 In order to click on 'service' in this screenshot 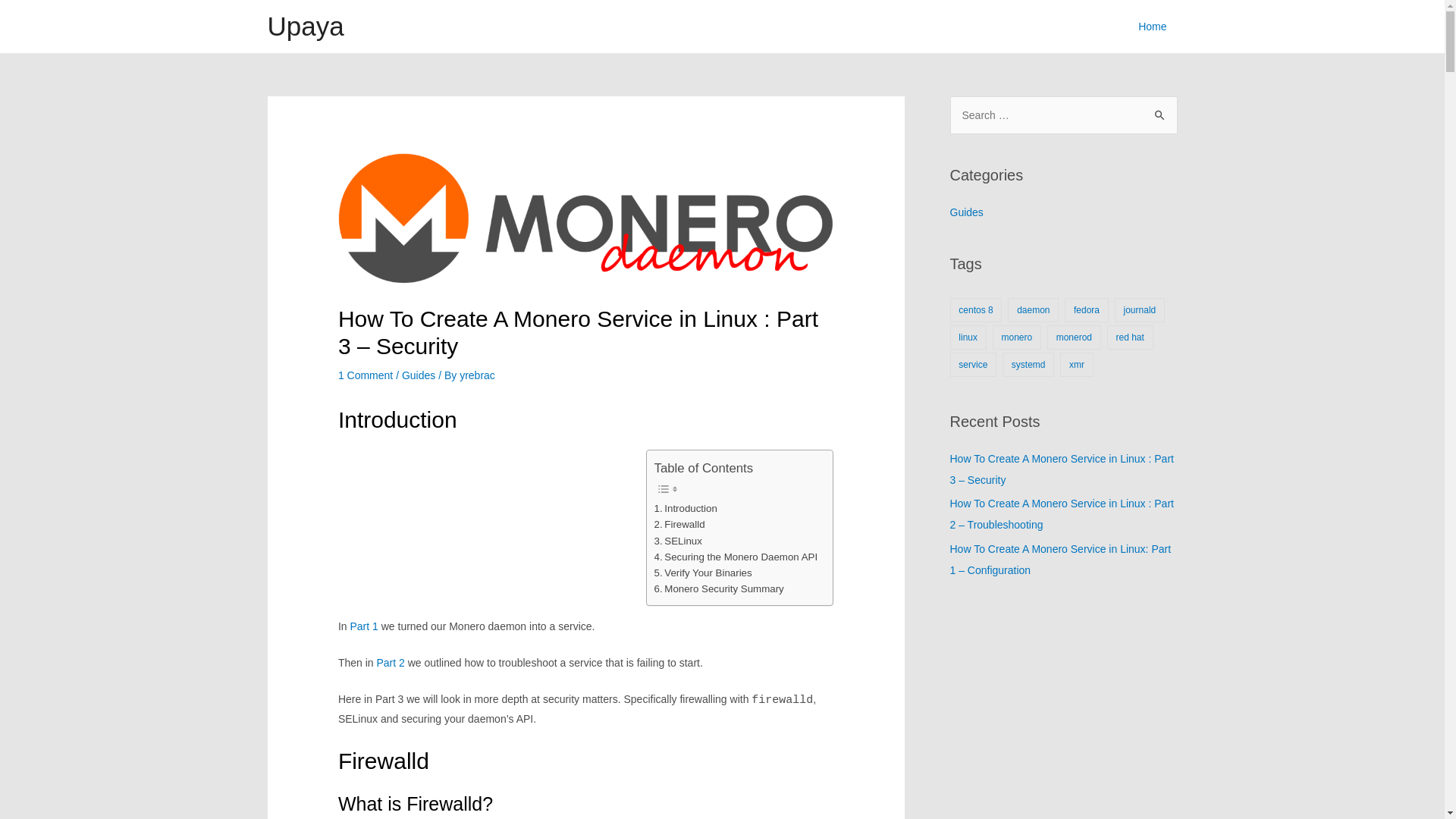, I will do `click(972, 365)`.